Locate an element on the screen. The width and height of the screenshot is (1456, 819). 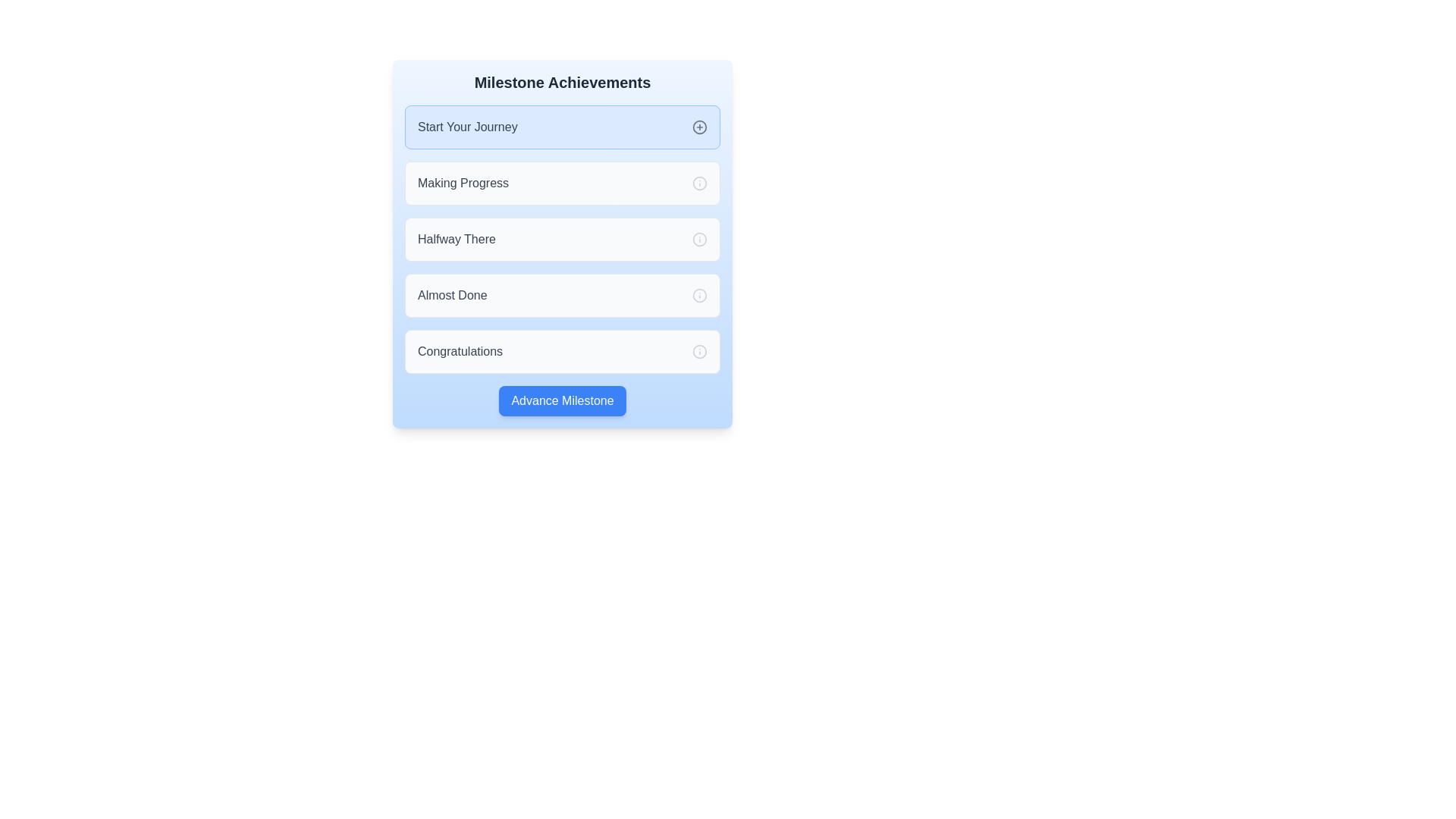
the text element containing the word 'Congratulations' styled with medium font weight and gray color, located in the last card under 'Milestone Achievements', above the 'Advance Milestone' button is located at coordinates (460, 351).